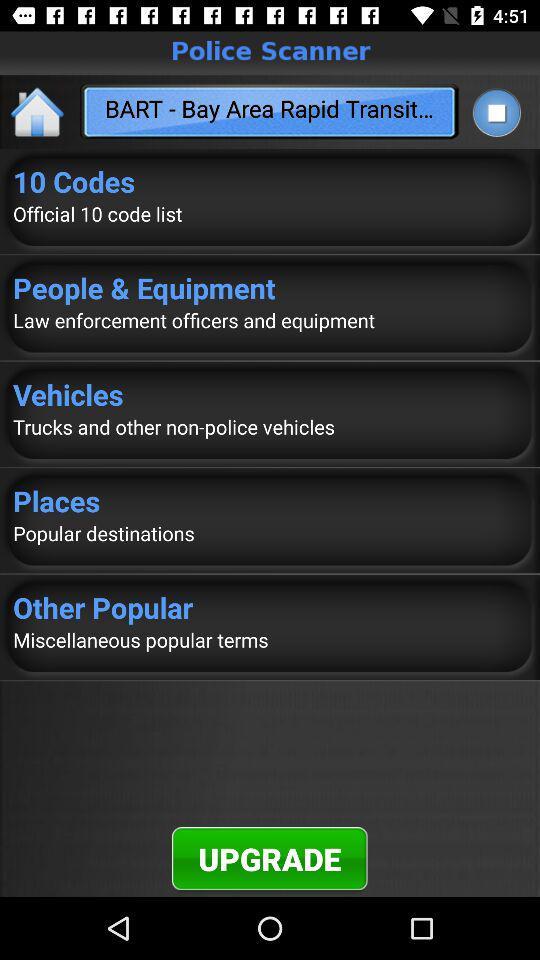  What do you see at coordinates (270, 606) in the screenshot?
I see `the other popular app` at bounding box center [270, 606].